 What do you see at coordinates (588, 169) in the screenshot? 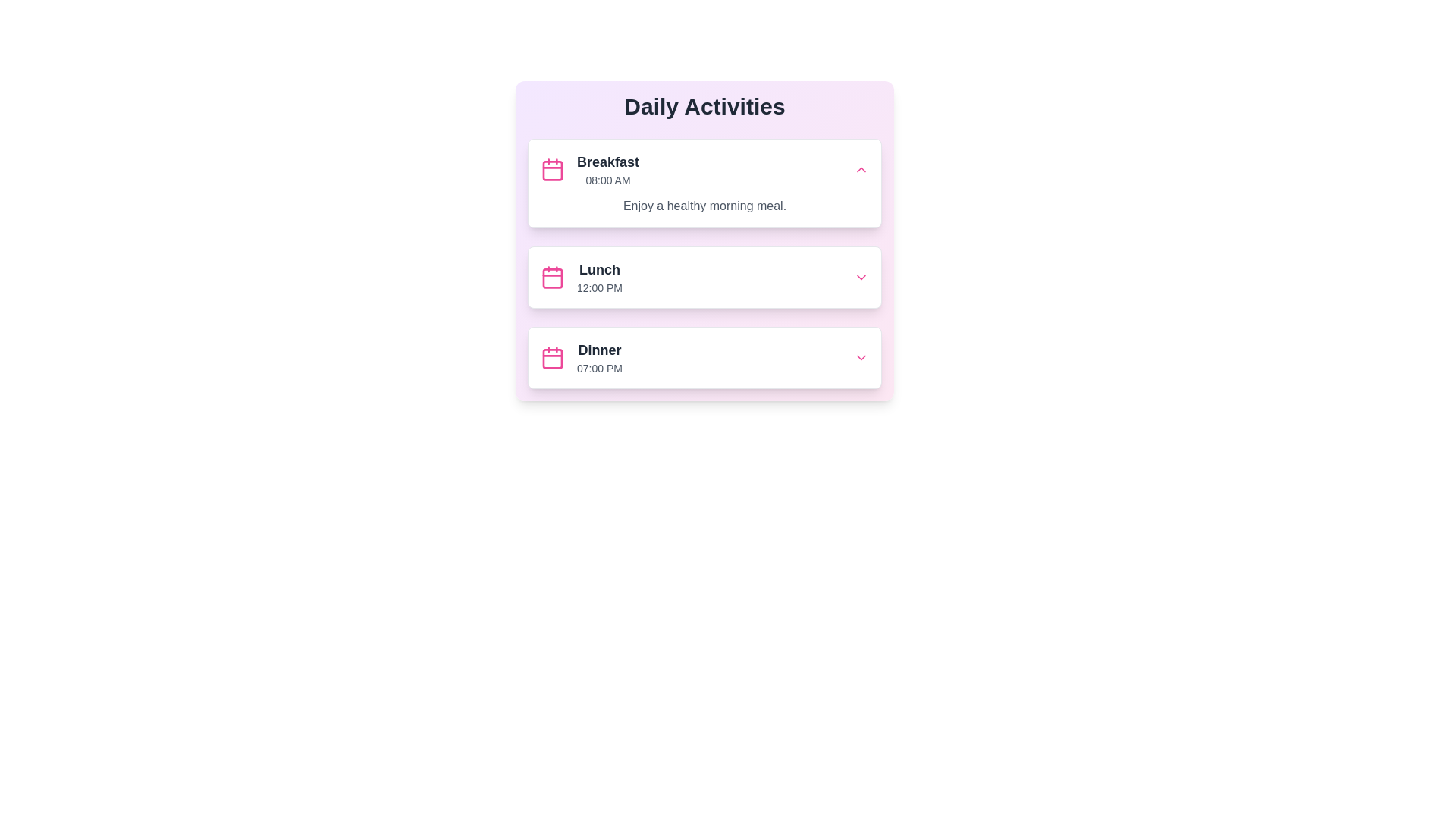
I see `the 'Breakfast' list item with the pink calendar icon` at bounding box center [588, 169].